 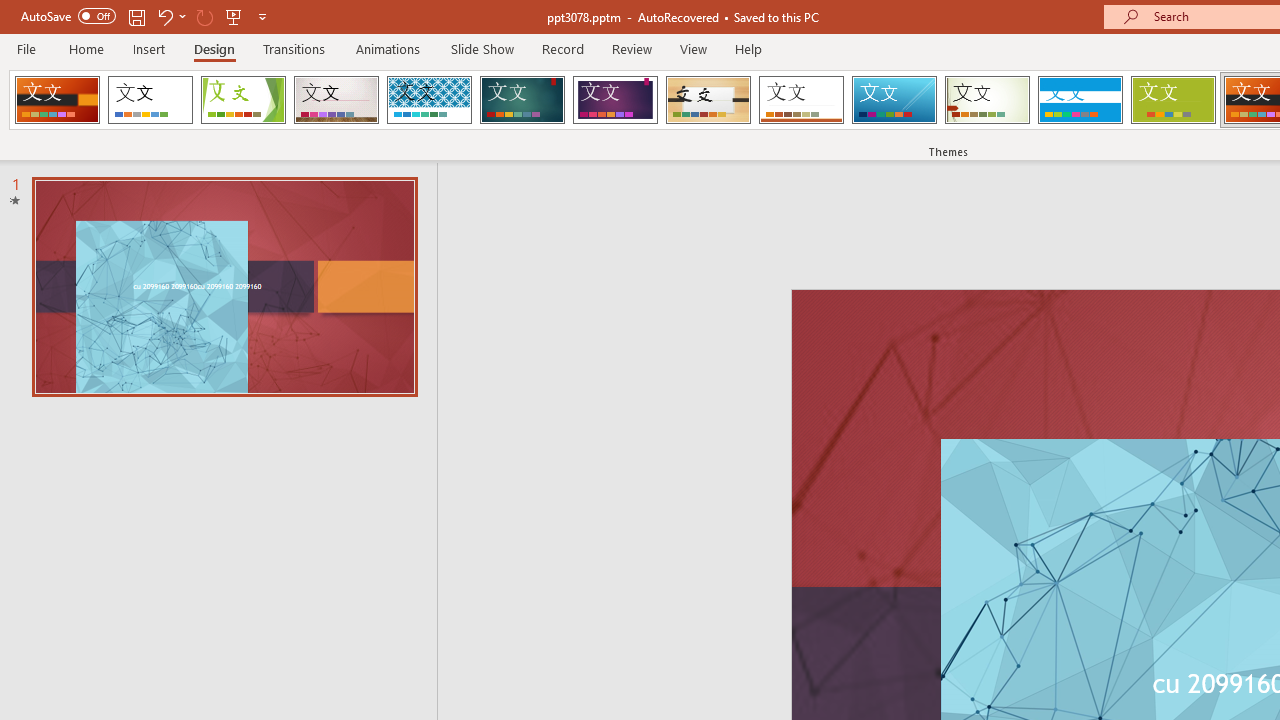 What do you see at coordinates (708, 100) in the screenshot?
I see `'Organic'` at bounding box center [708, 100].